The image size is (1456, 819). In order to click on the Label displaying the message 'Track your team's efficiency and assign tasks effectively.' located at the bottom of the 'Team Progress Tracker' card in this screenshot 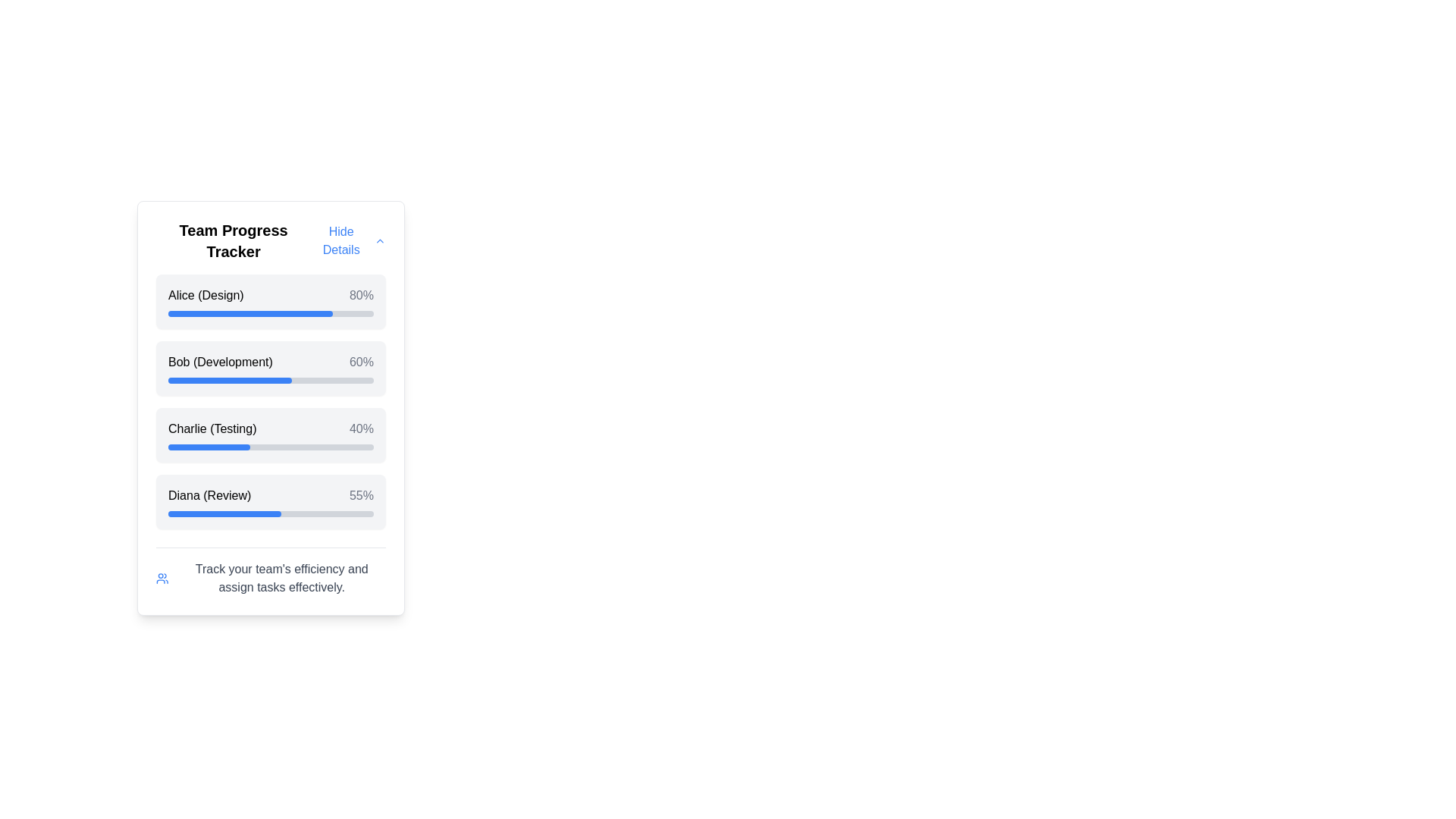, I will do `click(281, 579)`.